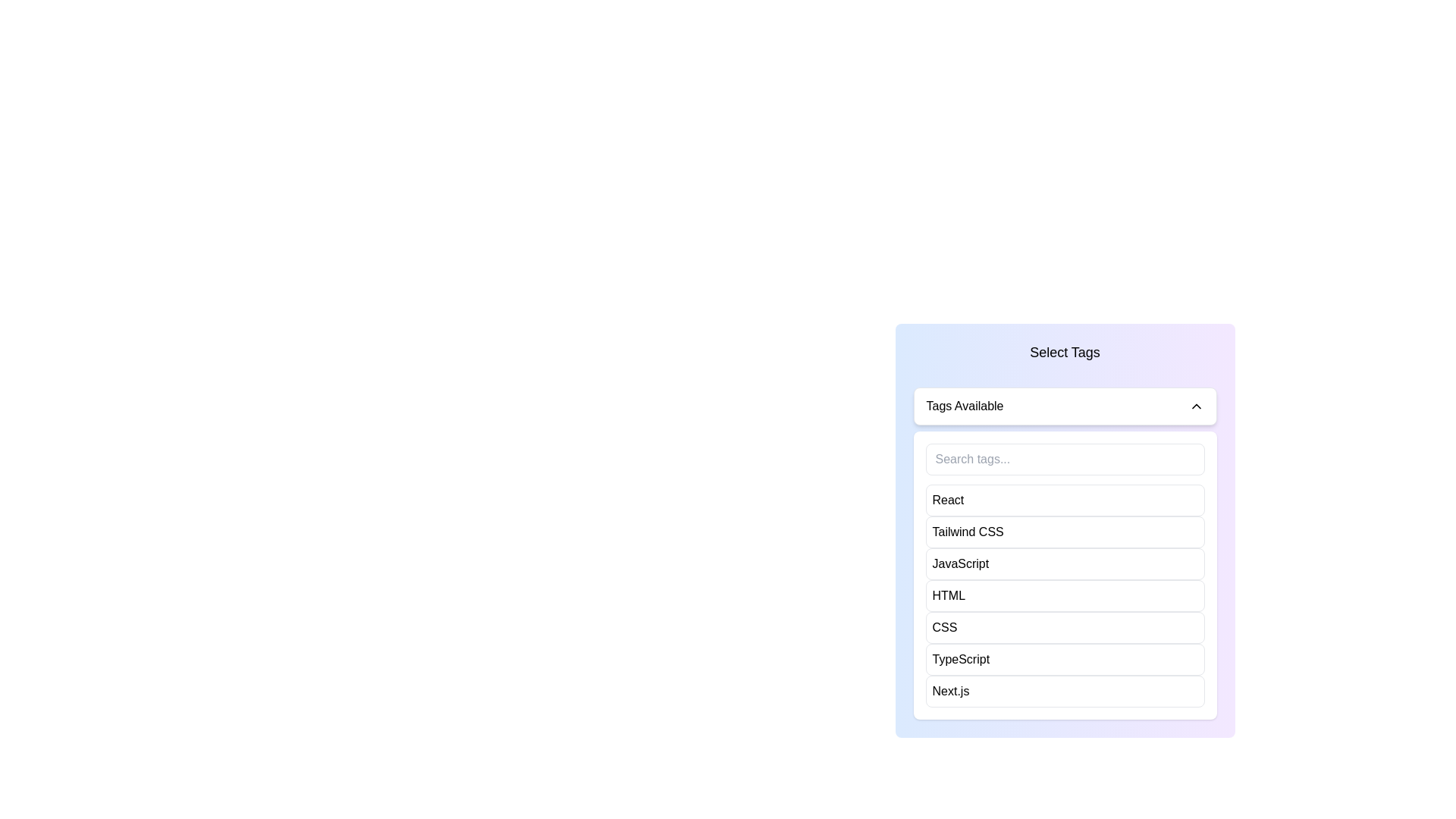 The width and height of the screenshot is (1456, 819). I want to click on the text label containing 'HTML', so click(1064, 595).